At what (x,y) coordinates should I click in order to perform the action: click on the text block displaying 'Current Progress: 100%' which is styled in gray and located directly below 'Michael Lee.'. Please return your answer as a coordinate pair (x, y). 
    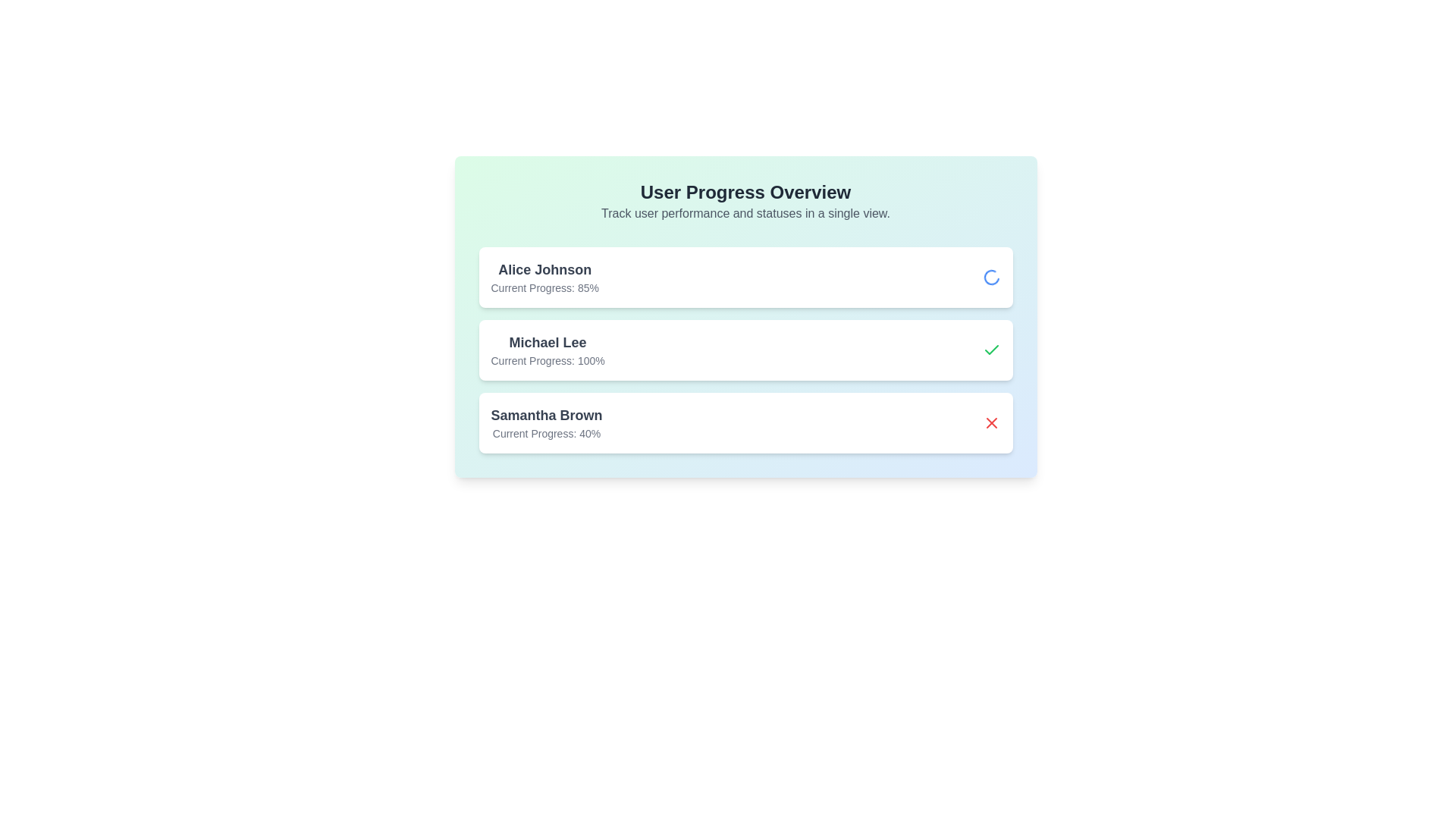
    Looking at the image, I should click on (547, 360).